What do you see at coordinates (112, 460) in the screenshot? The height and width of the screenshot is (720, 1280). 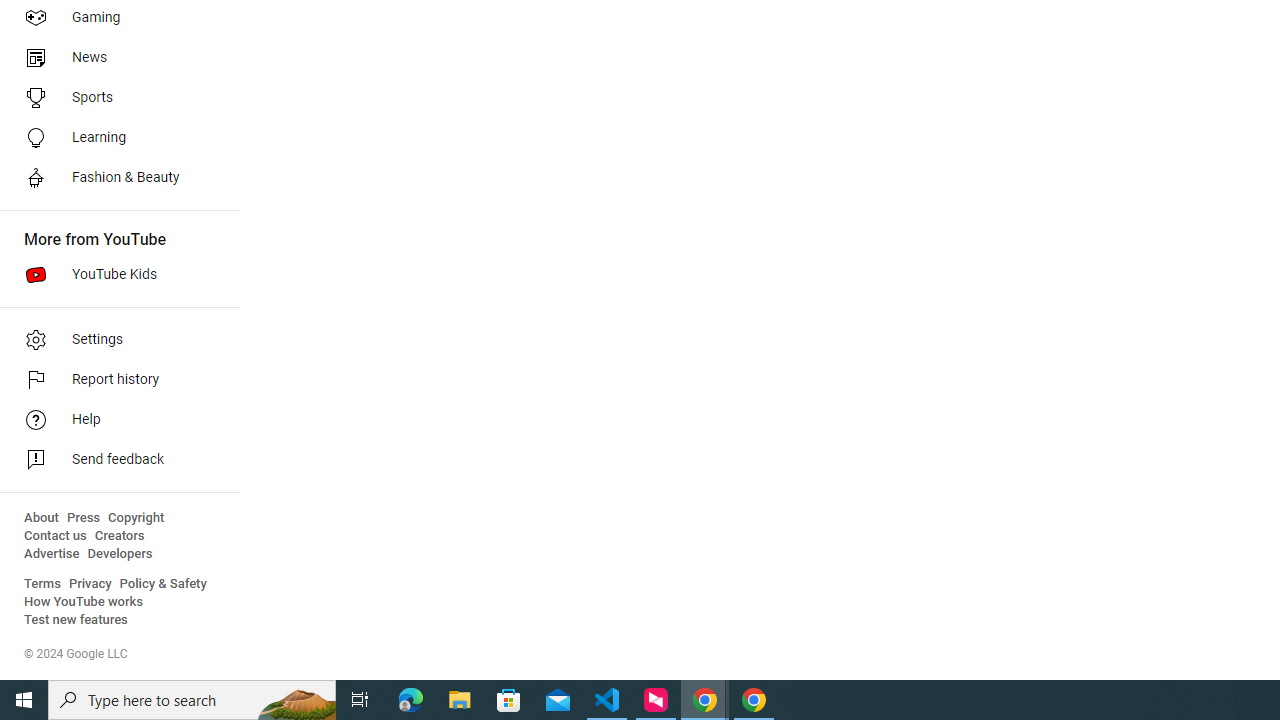 I see `'Send feedback'` at bounding box center [112, 460].